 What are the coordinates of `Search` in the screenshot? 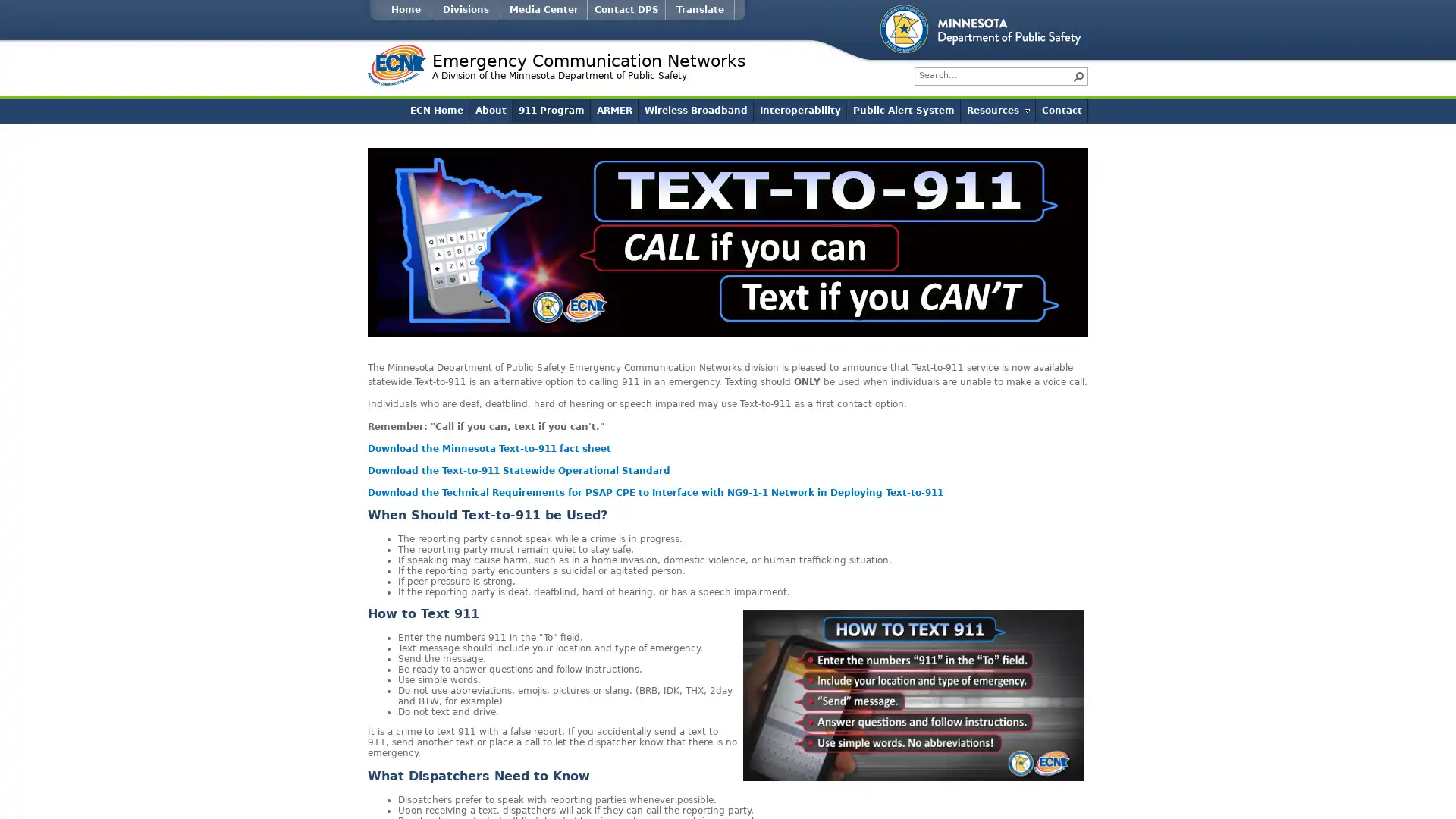 It's located at (1078, 76).